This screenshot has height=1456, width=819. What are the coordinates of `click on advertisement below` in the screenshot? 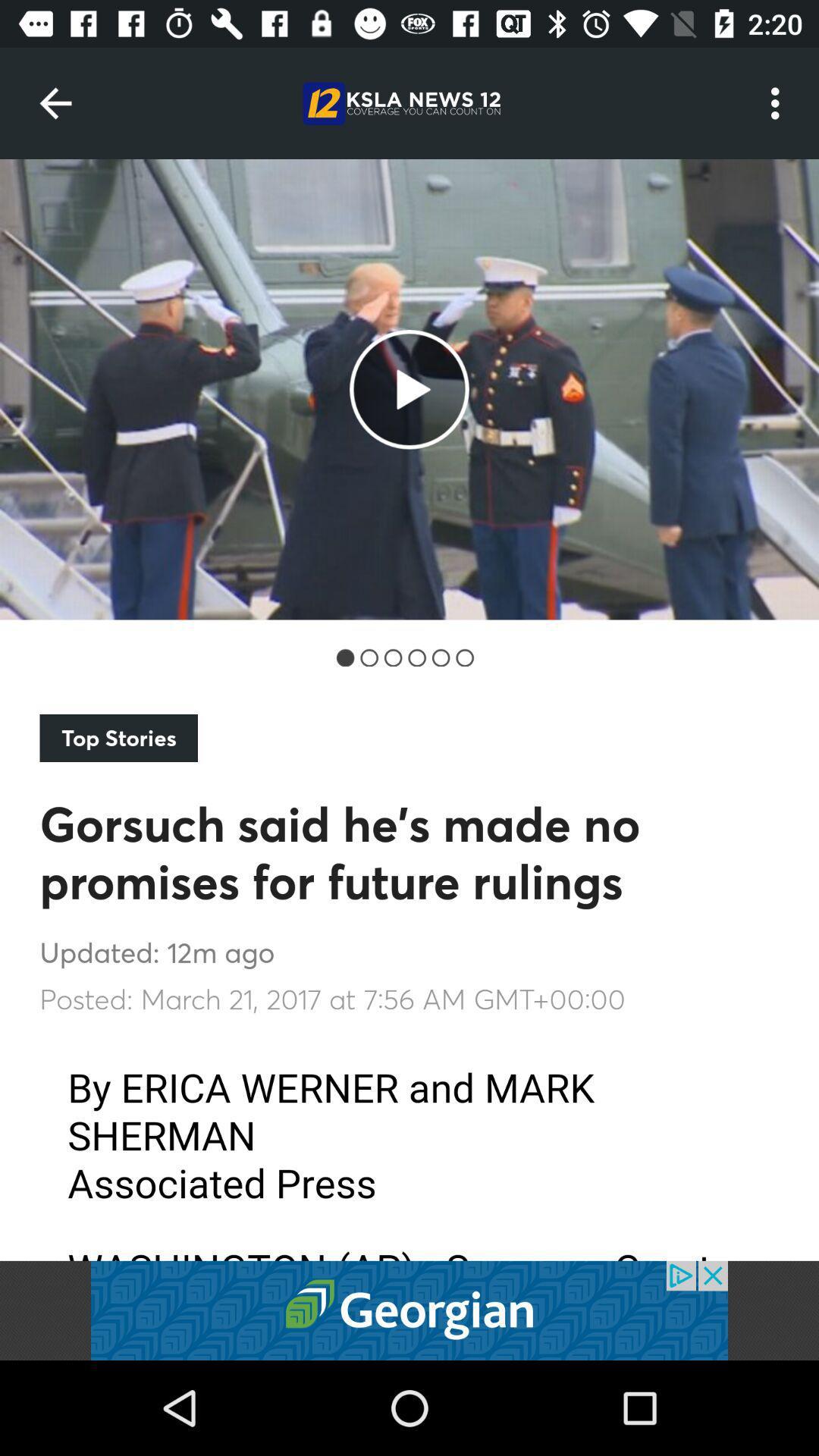 It's located at (409, 1310).